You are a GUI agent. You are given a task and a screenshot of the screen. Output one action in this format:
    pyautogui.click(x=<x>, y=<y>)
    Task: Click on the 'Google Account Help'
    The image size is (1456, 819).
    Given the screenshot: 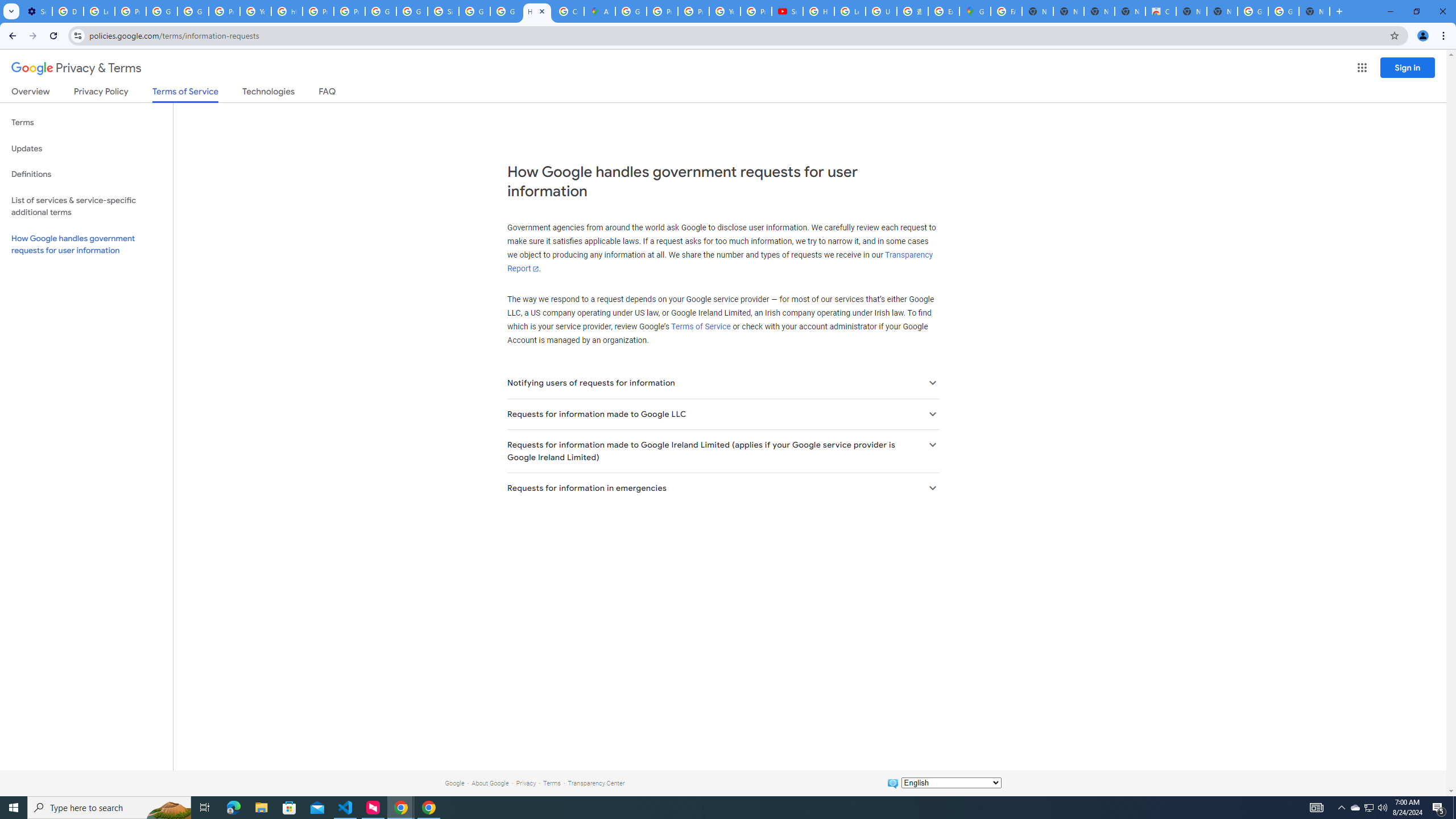 What is the action you would take?
    pyautogui.click(x=162, y=11)
    